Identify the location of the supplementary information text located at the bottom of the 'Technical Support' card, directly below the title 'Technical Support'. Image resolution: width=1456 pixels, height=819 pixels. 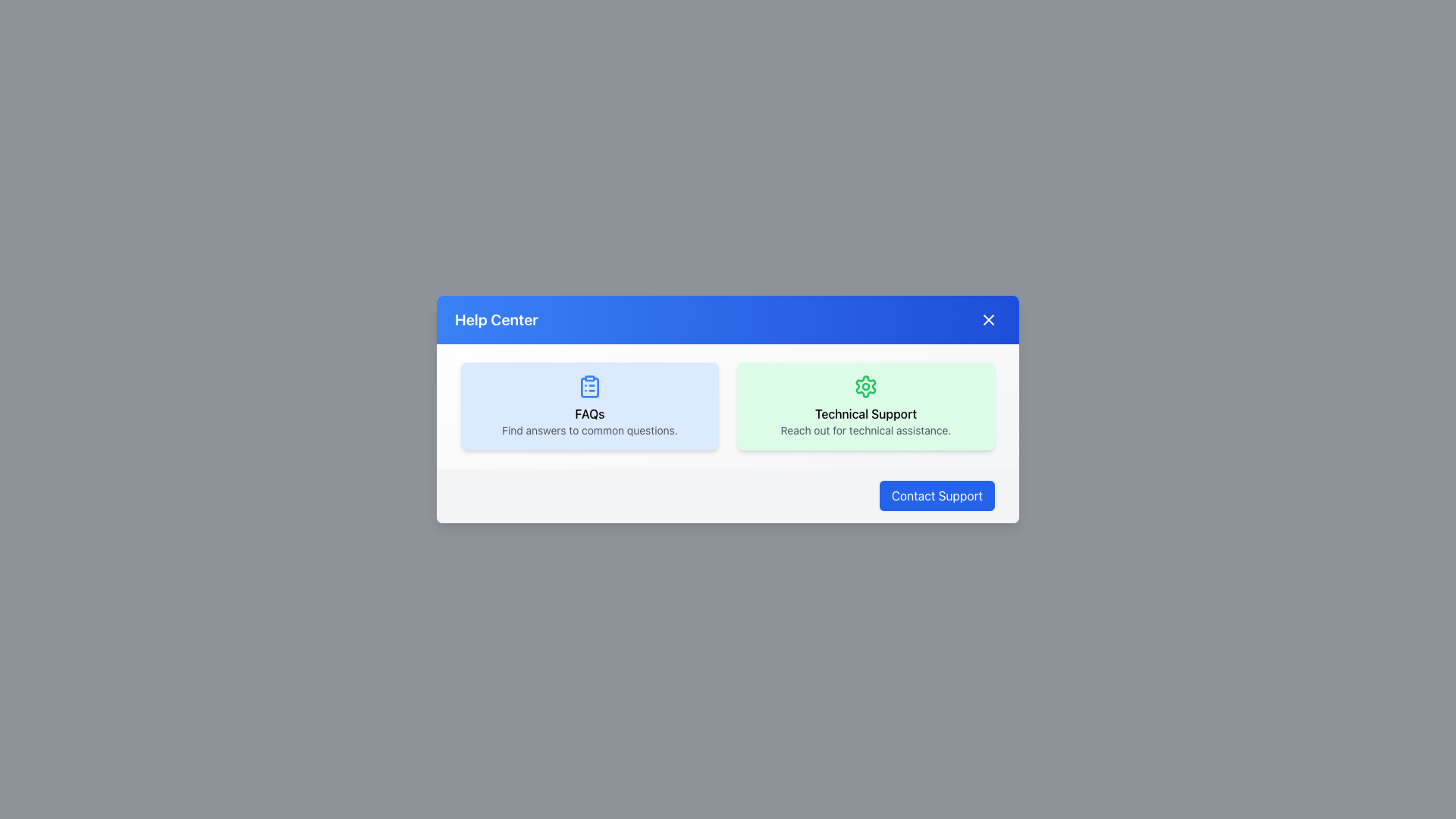
(866, 430).